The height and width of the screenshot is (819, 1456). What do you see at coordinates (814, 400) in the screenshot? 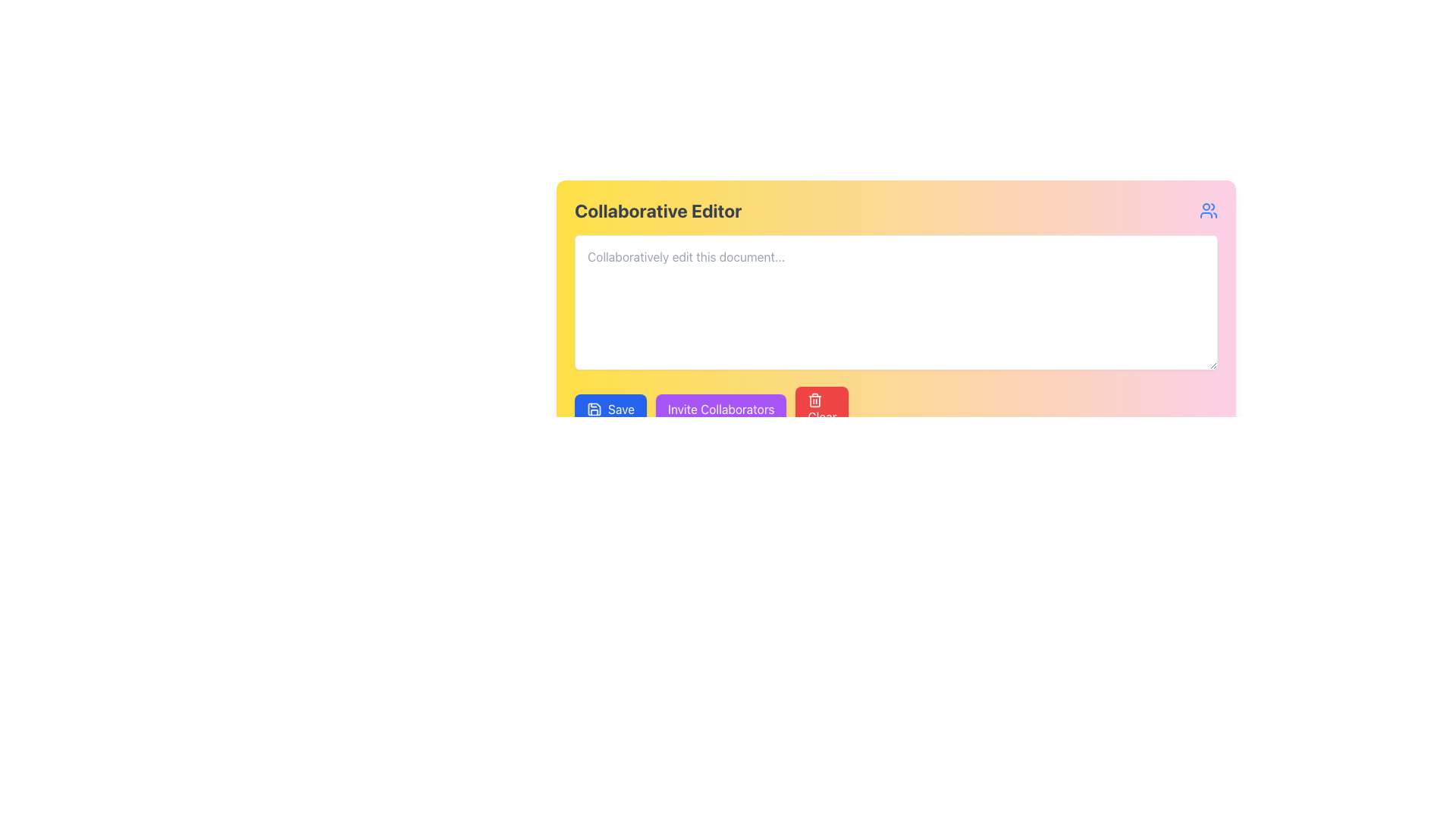
I see `the decorative icon located within the red 'Clear' button on the right side of the button set beneath the text editor` at bounding box center [814, 400].